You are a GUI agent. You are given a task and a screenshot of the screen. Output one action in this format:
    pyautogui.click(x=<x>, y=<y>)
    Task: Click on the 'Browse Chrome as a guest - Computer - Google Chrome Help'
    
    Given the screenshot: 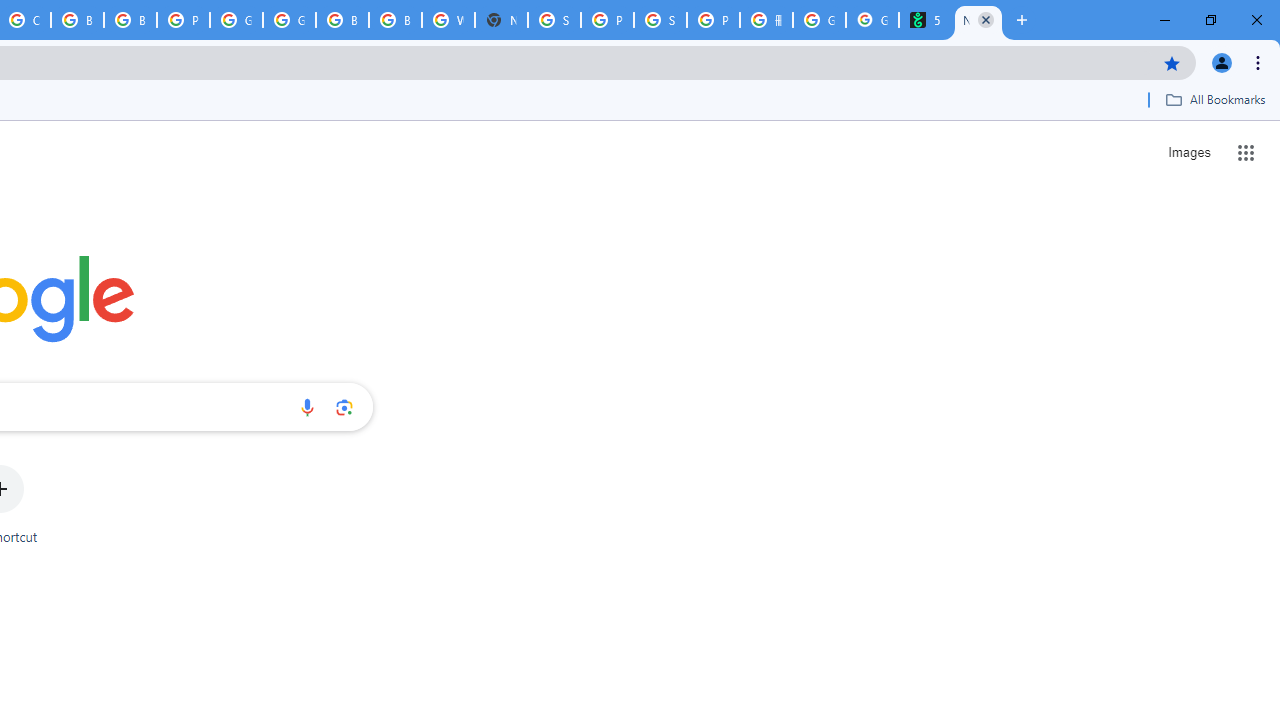 What is the action you would take?
    pyautogui.click(x=77, y=20)
    